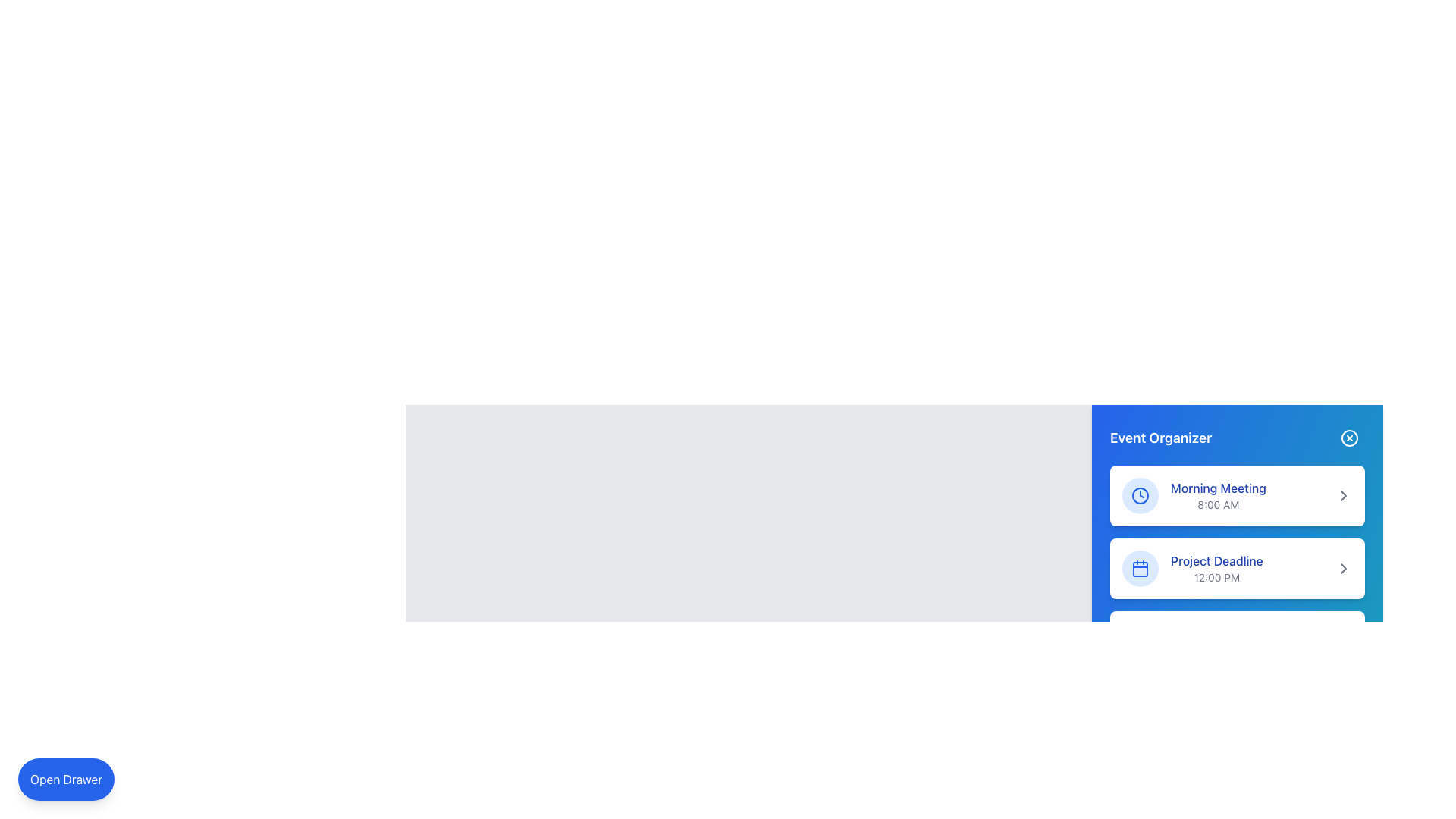 This screenshot has width=1456, height=819. Describe the element at coordinates (1160, 438) in the screenshot. I see `the text label located in the top section of the blue sidebar interface, which serves as a title or label for event-related content` at that location.